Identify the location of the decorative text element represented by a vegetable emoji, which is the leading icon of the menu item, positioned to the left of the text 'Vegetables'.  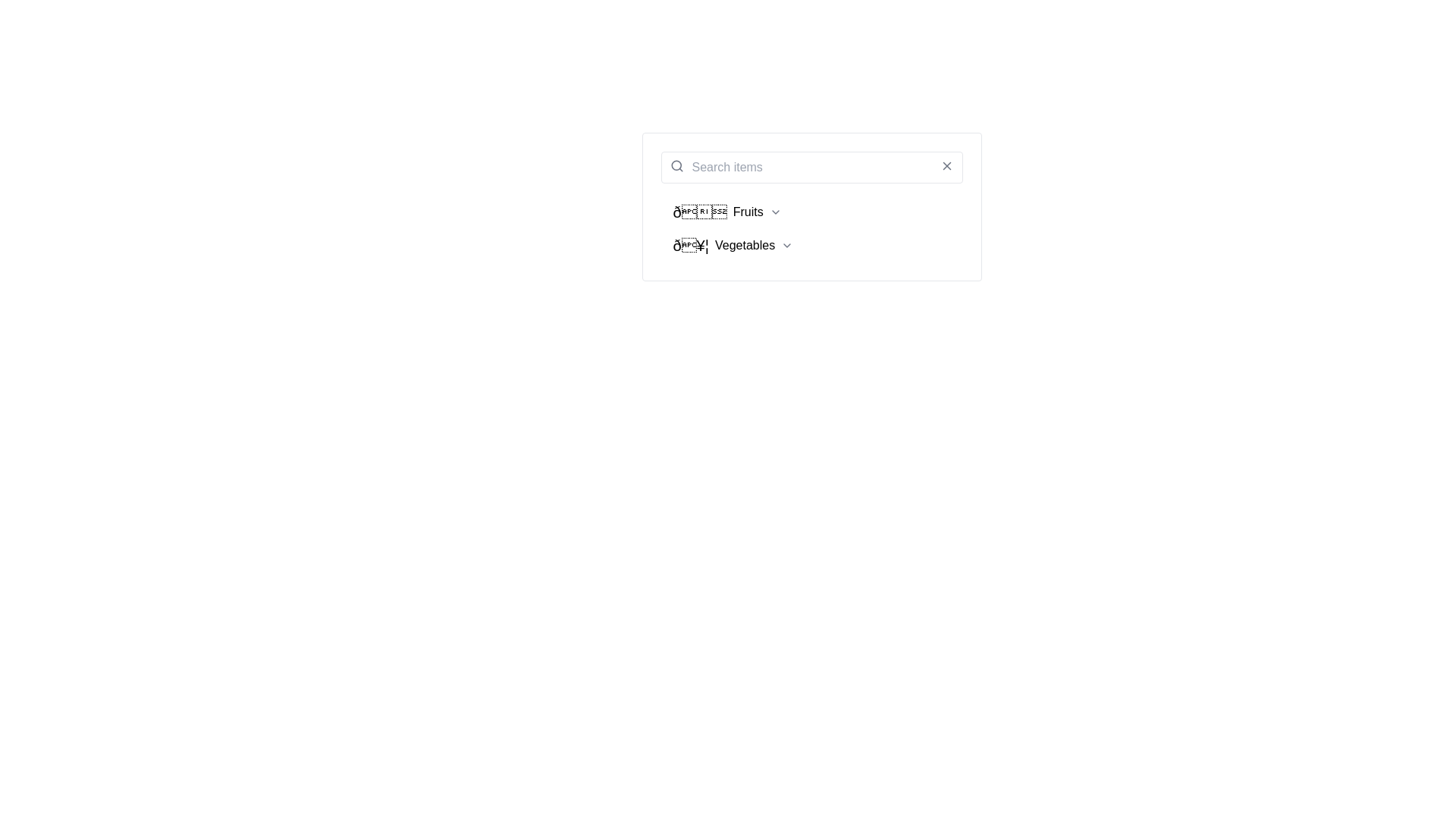
(690, 245).